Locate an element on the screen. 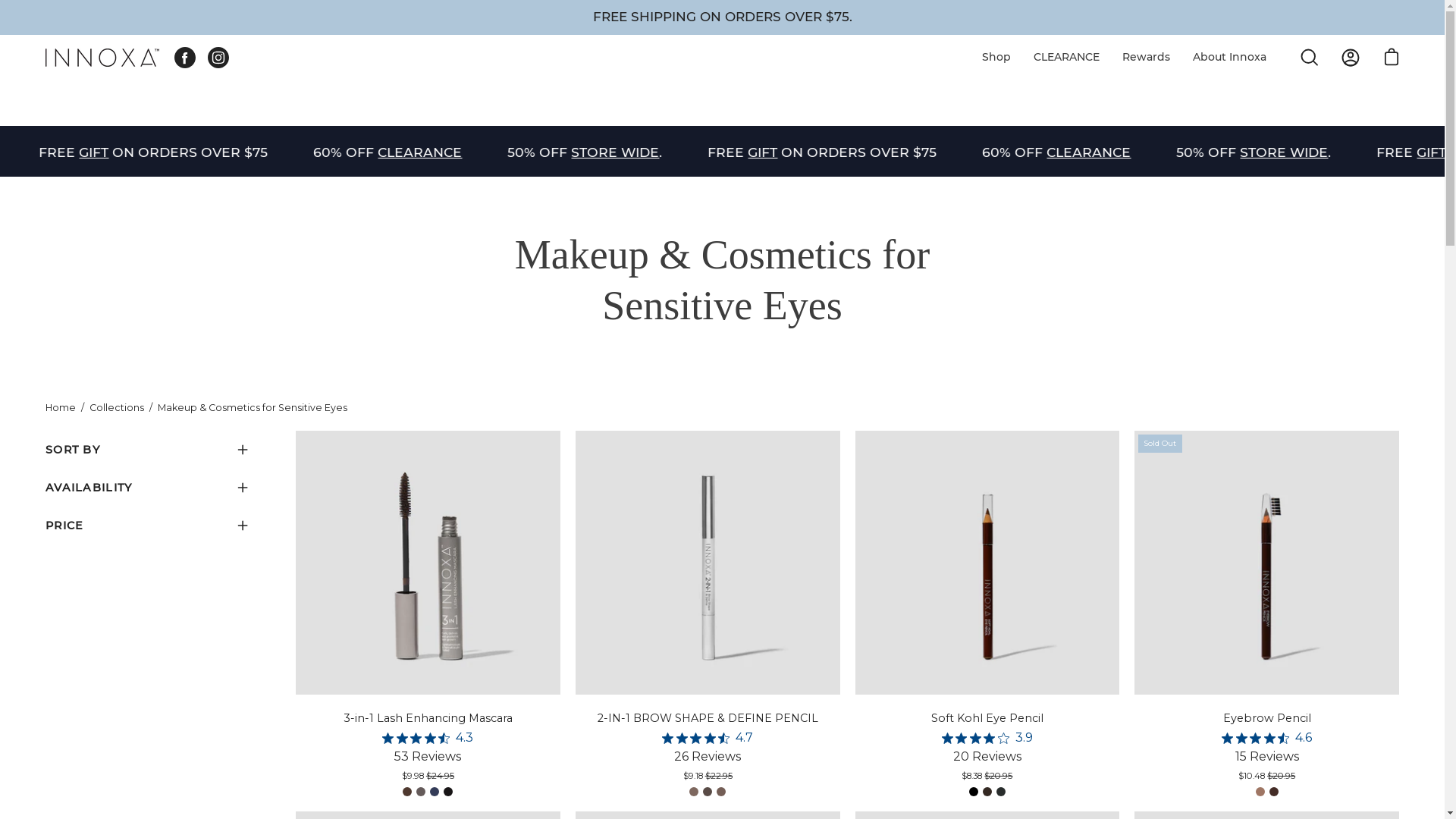  '$8.38 $20.95' is located at coordinates (987, 776).